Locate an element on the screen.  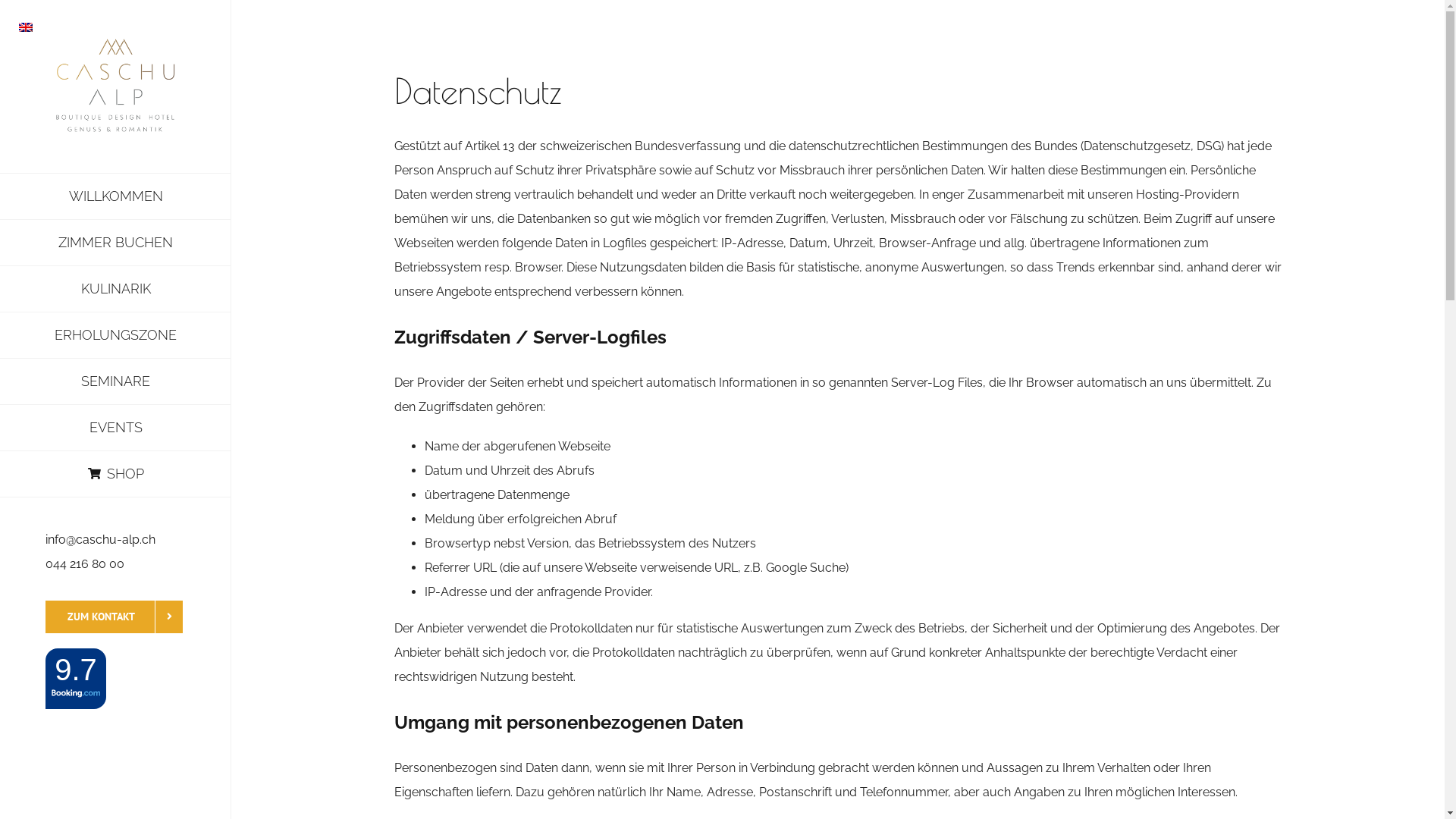
'EVENTS' is located at coordinates (115, 428).